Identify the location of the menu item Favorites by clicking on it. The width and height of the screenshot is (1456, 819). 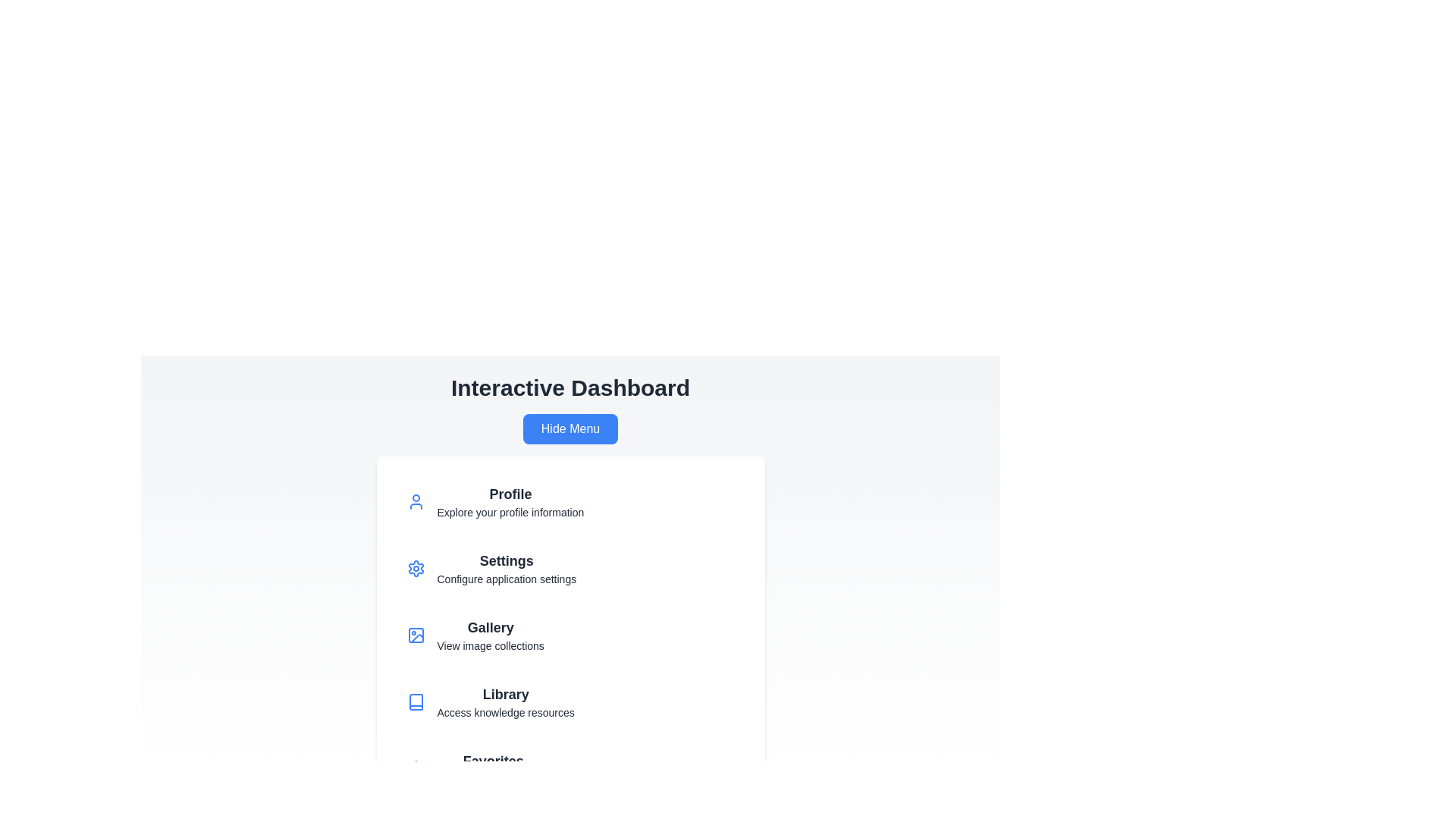
(570, 769).